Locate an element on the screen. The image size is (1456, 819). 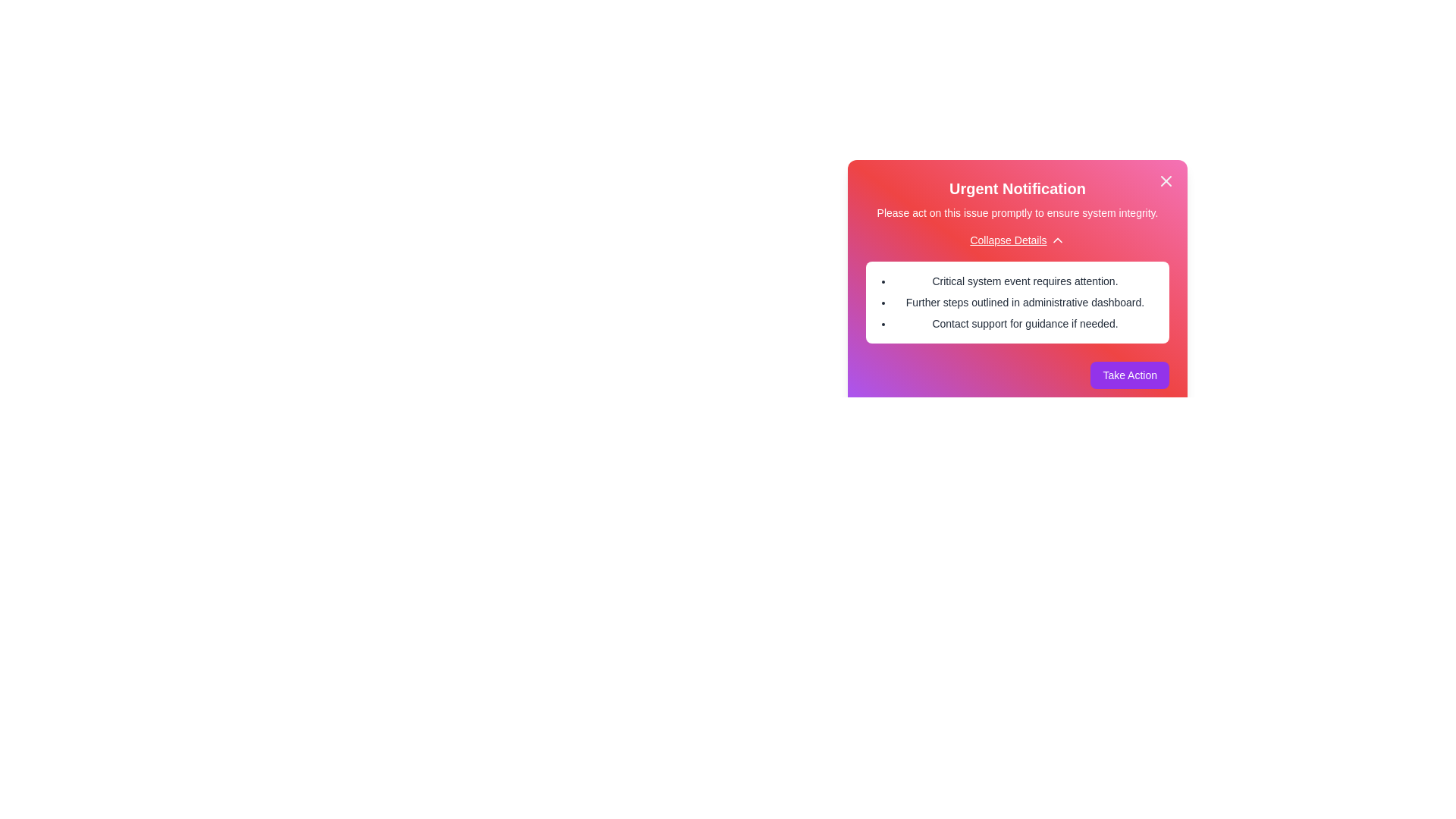
'Take Action' button to proceed is located at coordinates (1129, 375).